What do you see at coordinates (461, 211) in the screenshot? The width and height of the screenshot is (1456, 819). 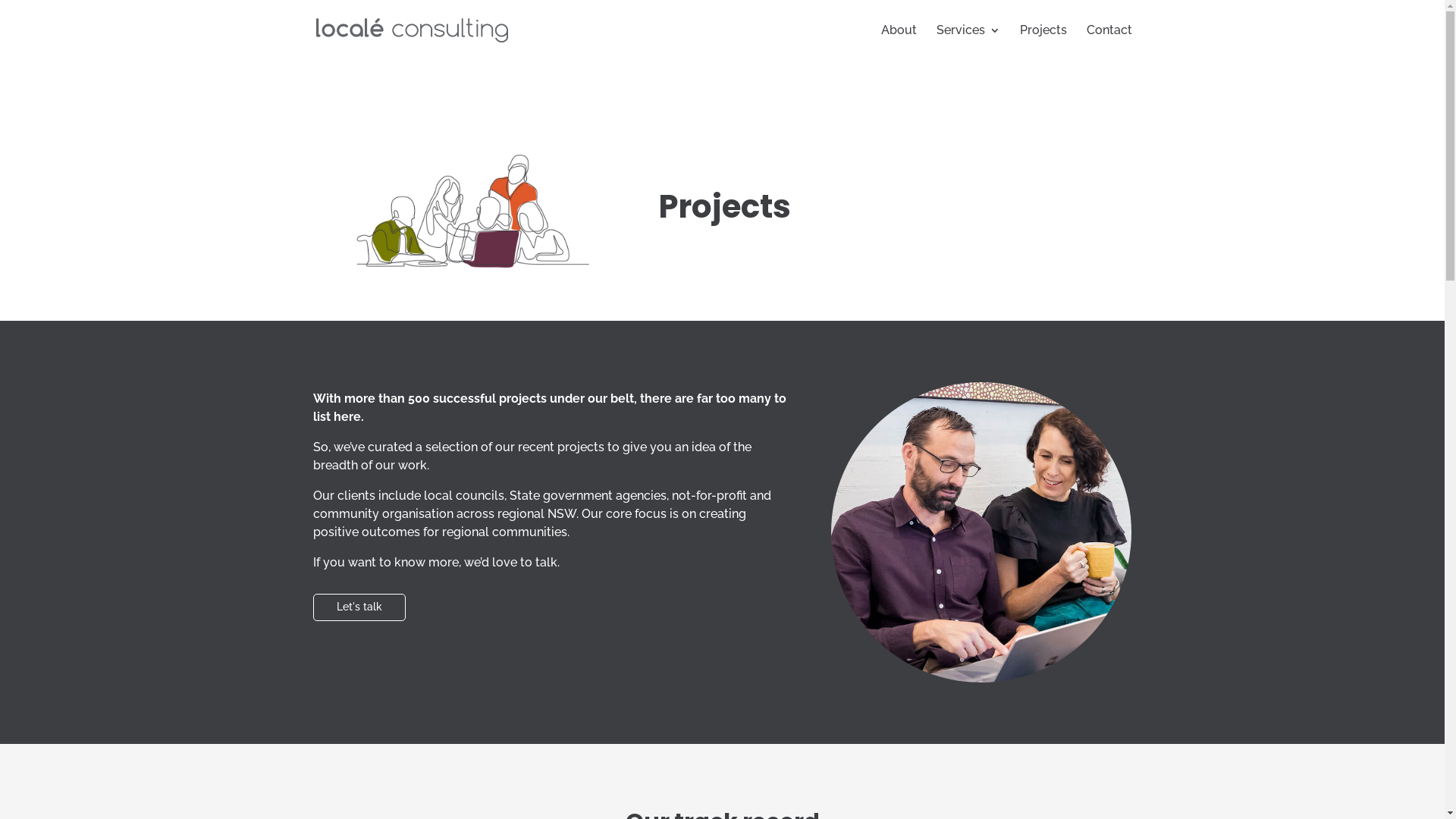 I see `'locale consulting projects'` at bounding box center [461, 211].